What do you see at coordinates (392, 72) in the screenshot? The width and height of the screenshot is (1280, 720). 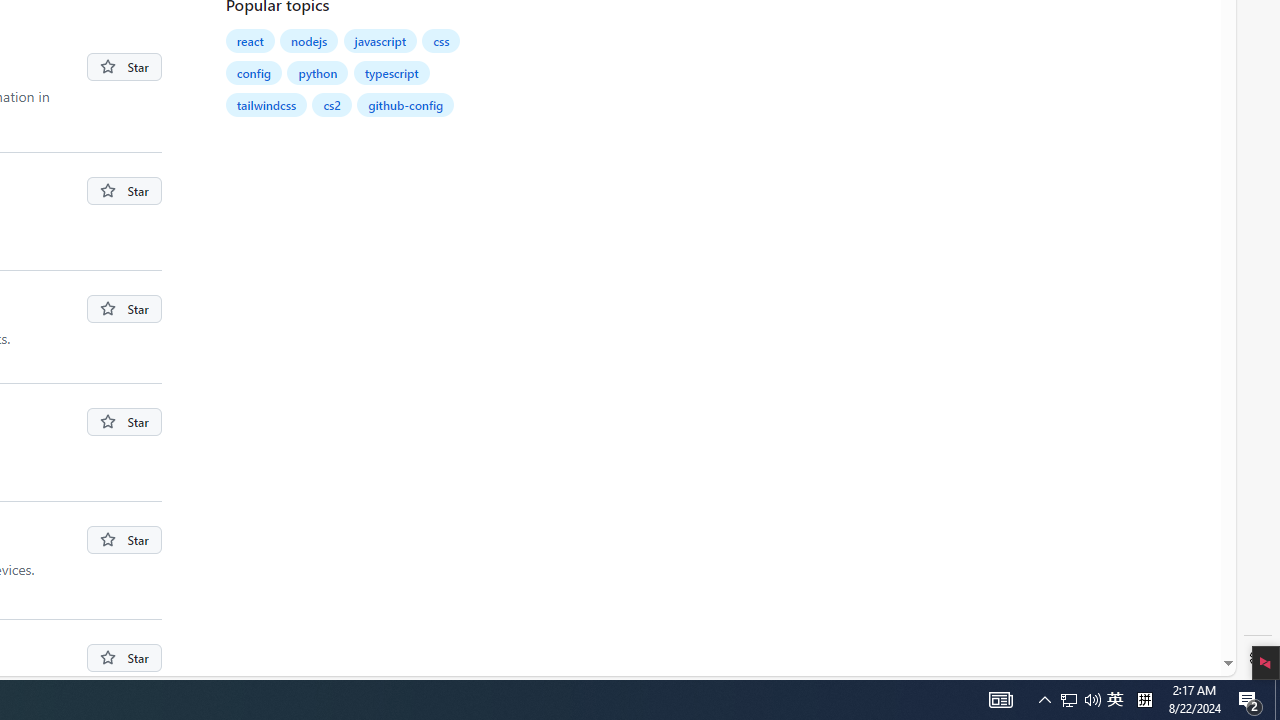 I see `'typescript'` at bounding box center [392, 72].